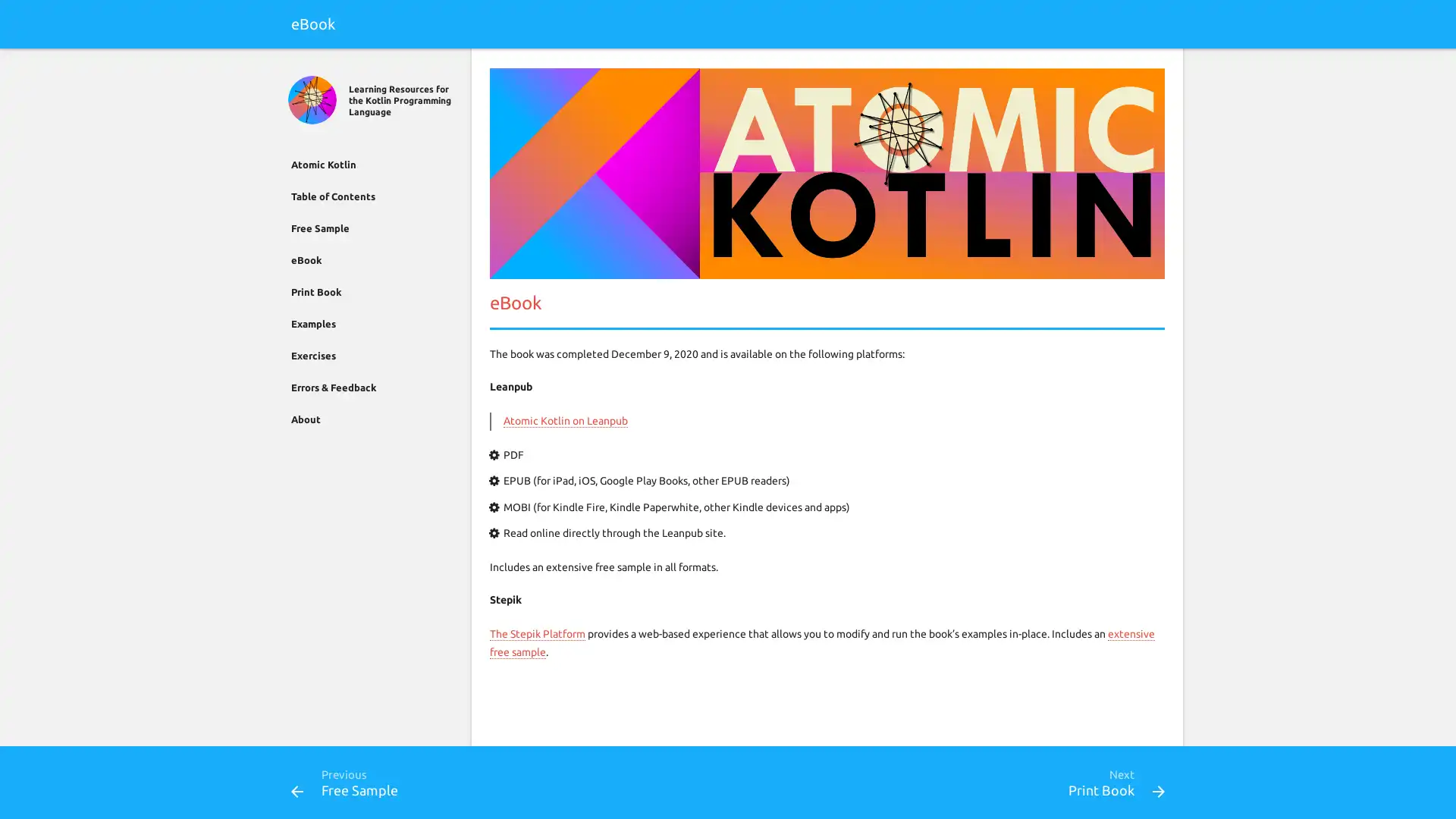  What do you see at coordinates (1157, 66) in the screenshot?
I see `Search` at bounding box center [1157, 66].